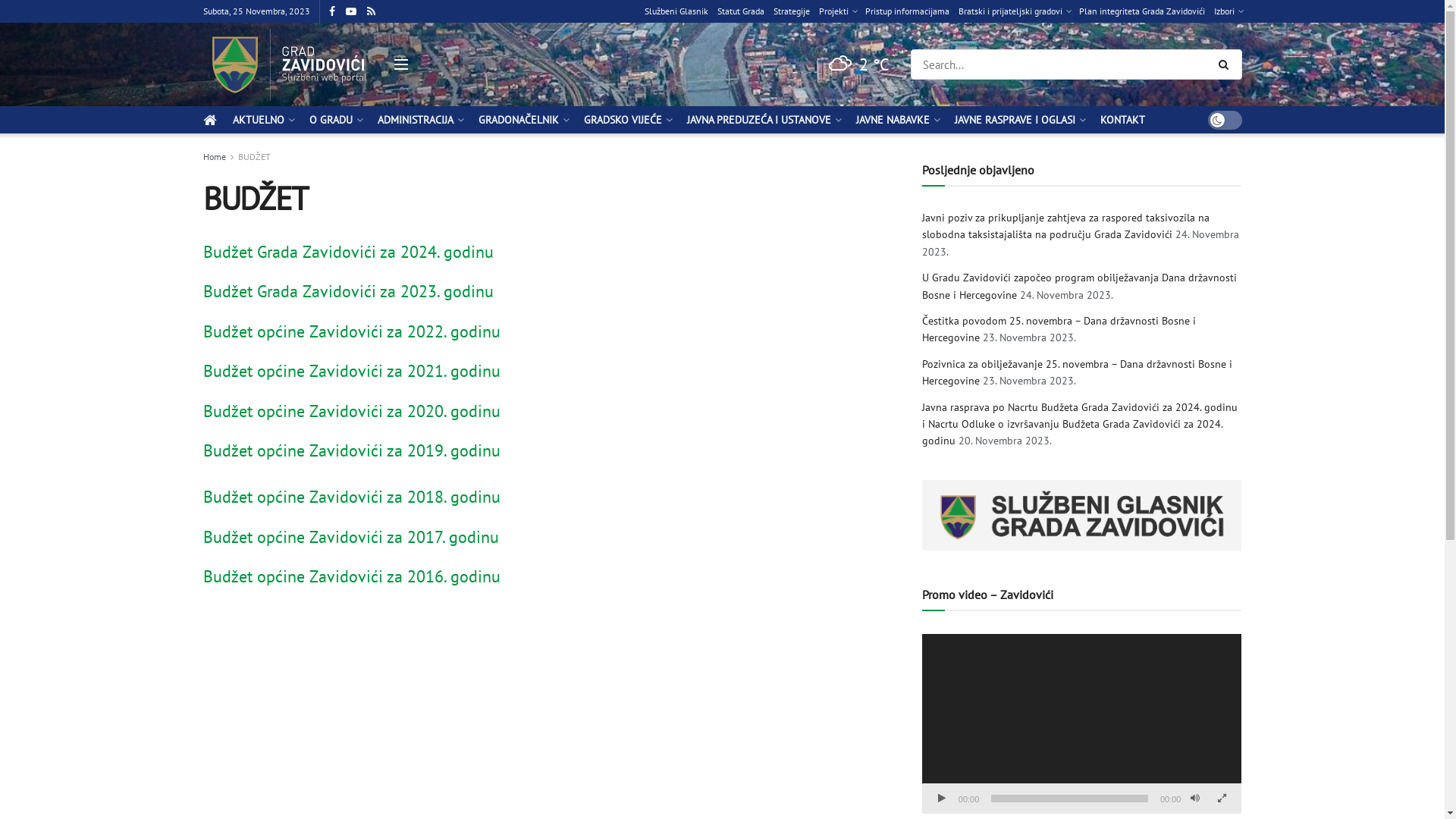 The height and width of the screenshot is (819, 1456). What do you see at coordinates (1122, 119) in the screenshot?
I see `'KONTAKT'` at bounding box center [1122, 119].